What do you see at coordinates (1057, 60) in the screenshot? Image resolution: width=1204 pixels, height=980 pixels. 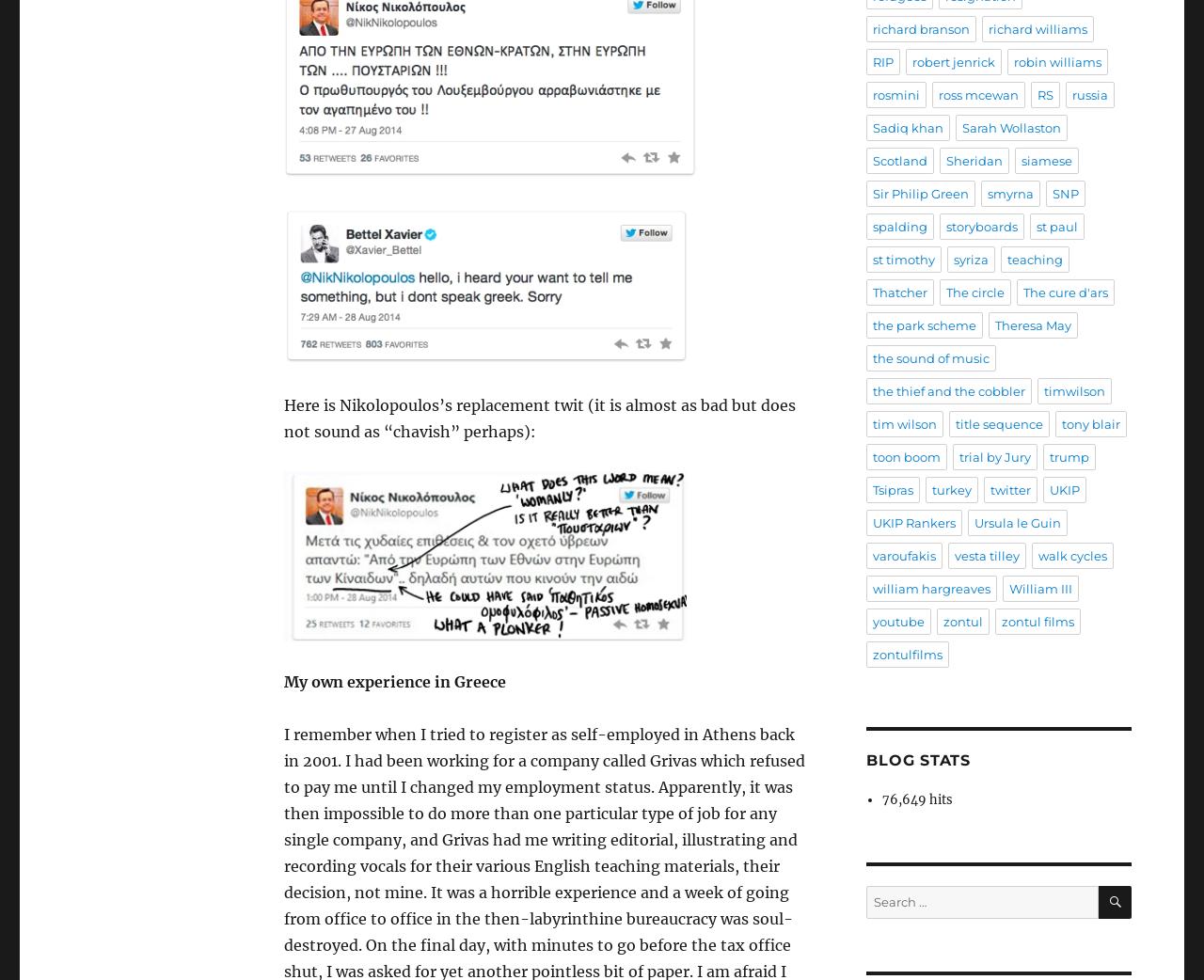 I see `'robin williams'` at bounding box center [1057, 60].